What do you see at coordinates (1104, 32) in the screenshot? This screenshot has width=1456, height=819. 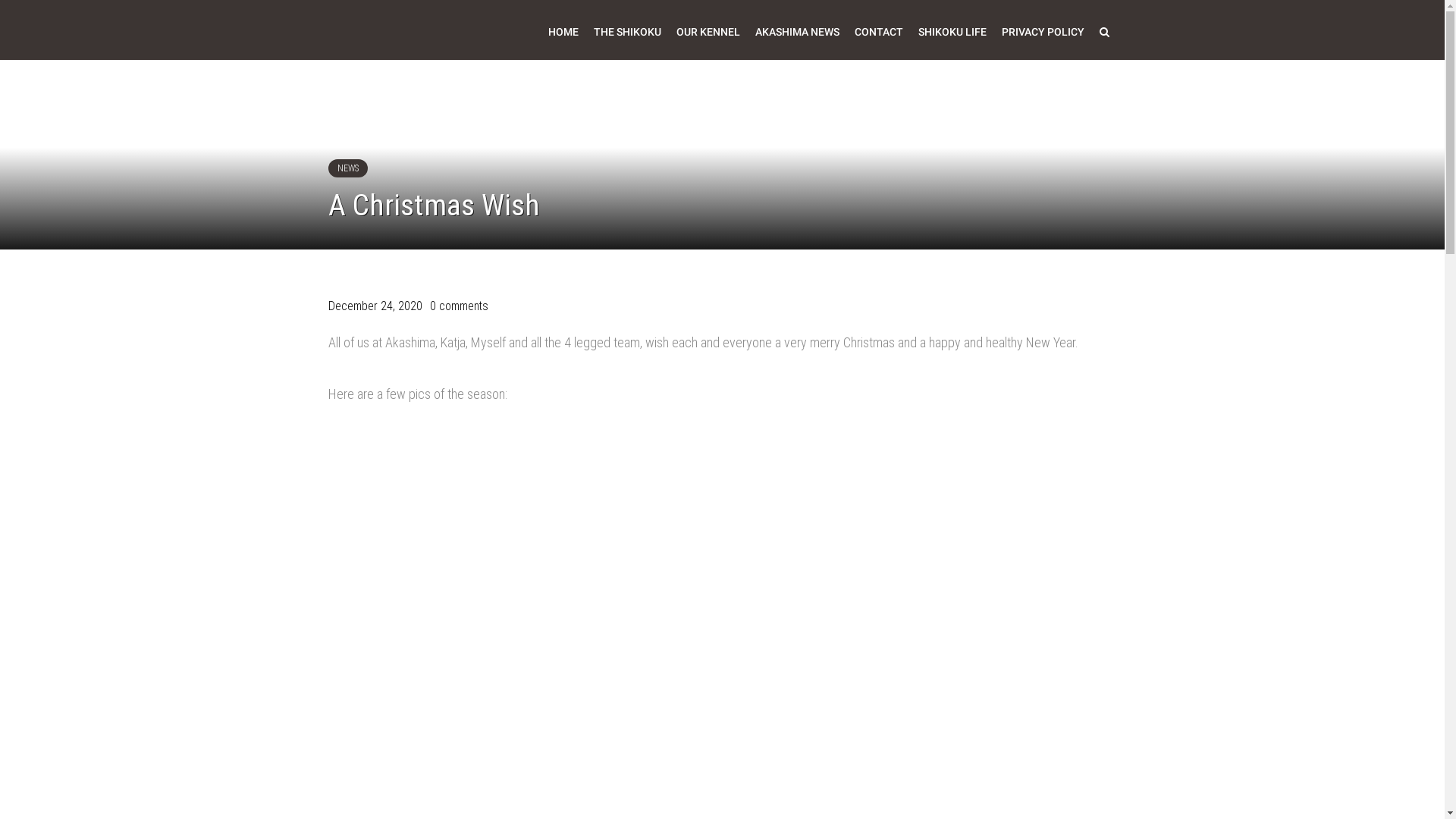 I see `'Search'` at bounding box center [1104, 32].